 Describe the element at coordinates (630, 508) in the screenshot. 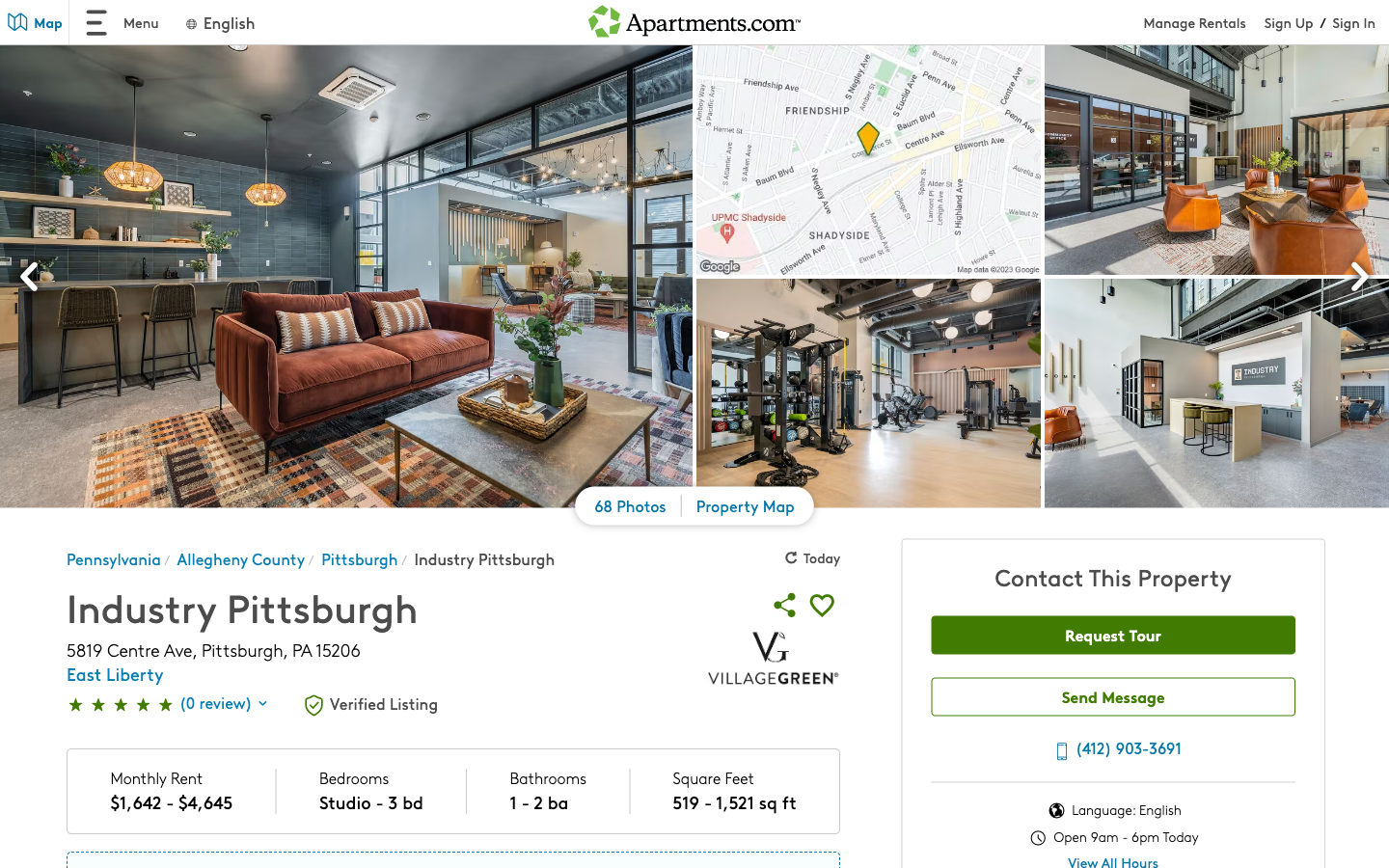

I see `the photo section and display all pictures` at that location.